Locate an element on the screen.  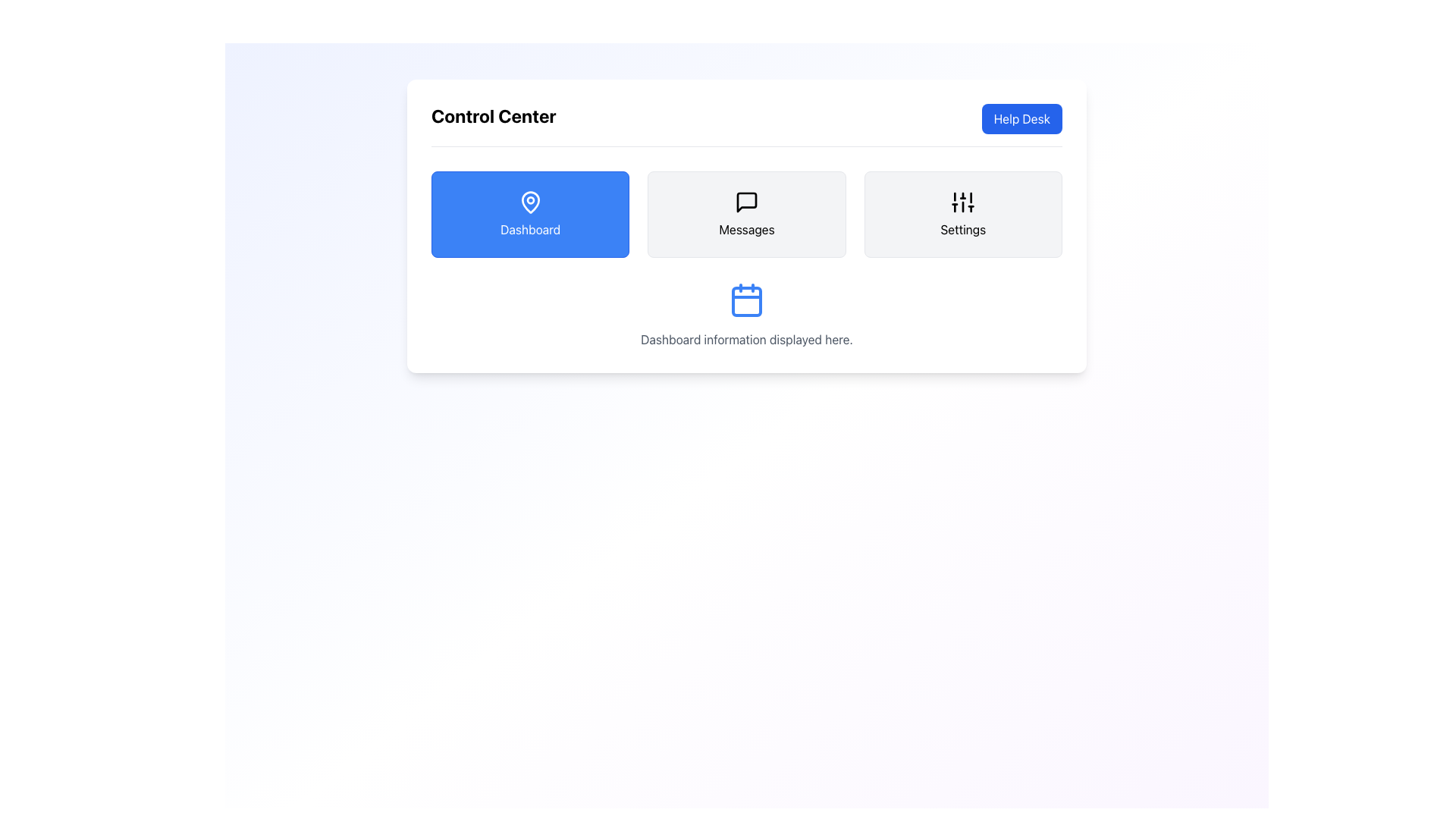
the static text label that reads 'Dashboard information displayed here.' which is centered below the blue calendar icon is located at coordinates (746, 338).